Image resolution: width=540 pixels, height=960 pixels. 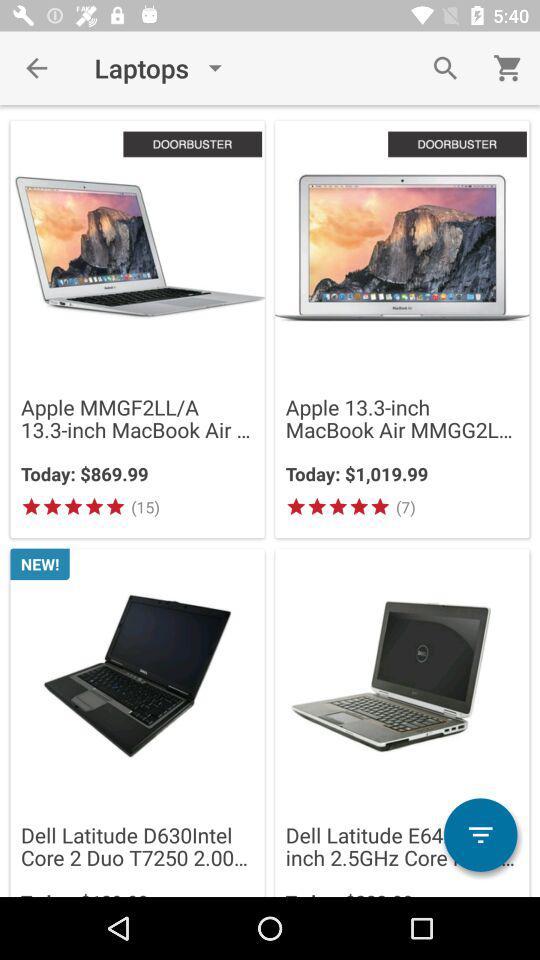 What do you see at coordinates (402, 329) in the screenshot?
I see `theimage which is on the top right corner` at bounding box center [402, 329].